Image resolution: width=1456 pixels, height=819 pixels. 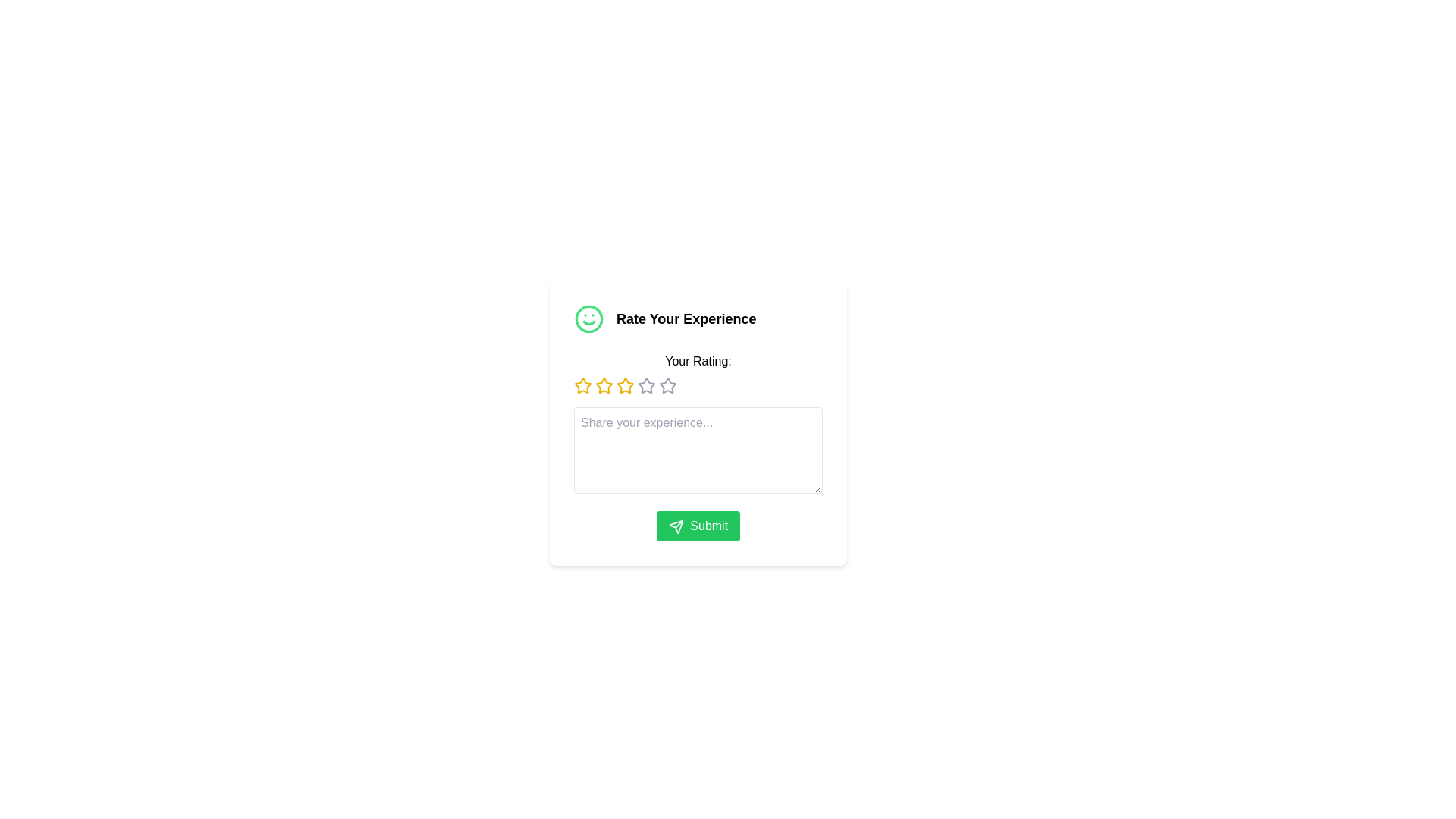 What do you see at coordinates (698, 385) in the screenshot?
I see `the interactive stars in the rating bar located beneath 'Your Rating:'` at bounding box center [698, 385].